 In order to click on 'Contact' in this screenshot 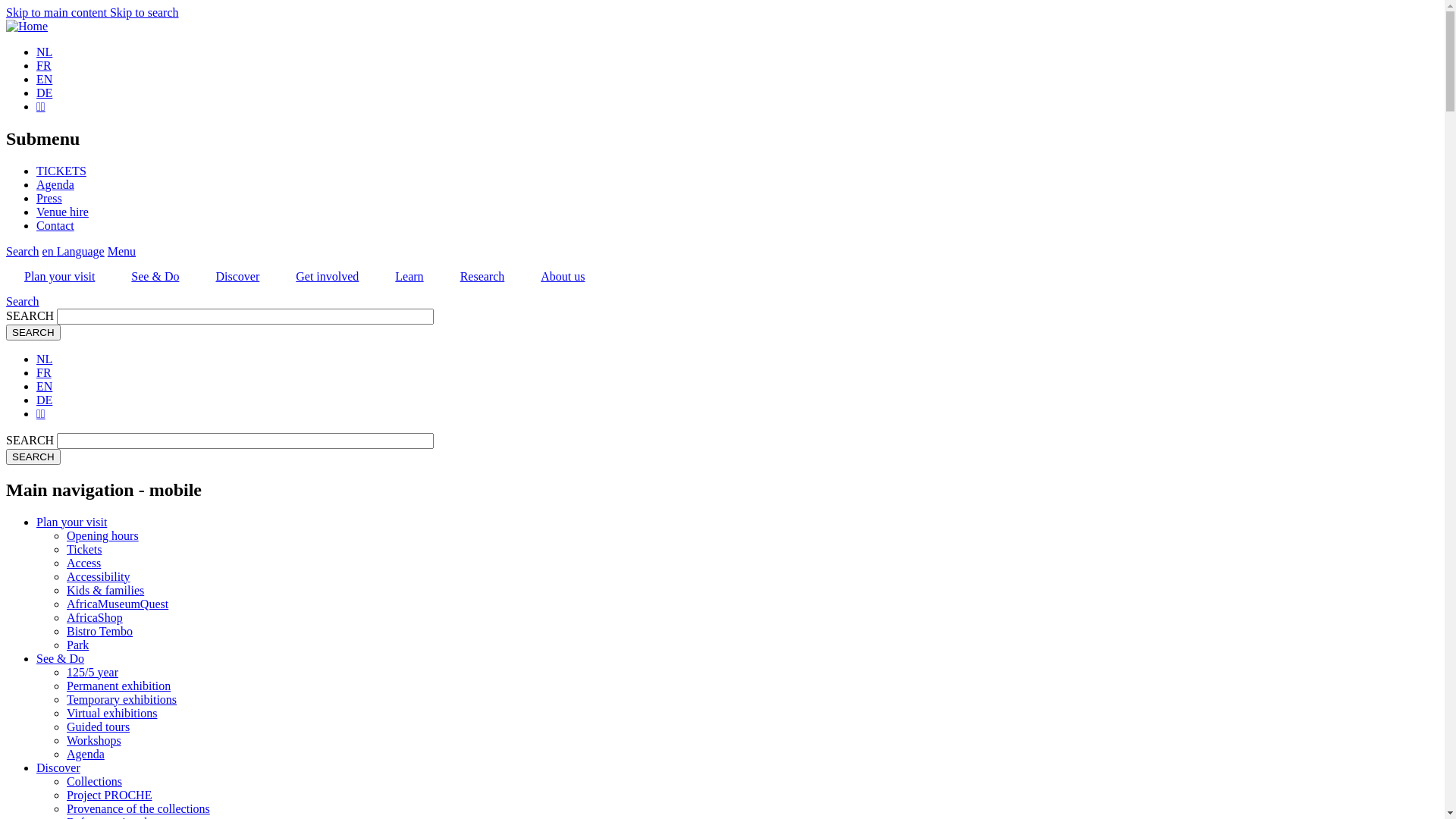, I will do `click(55, 225)`.